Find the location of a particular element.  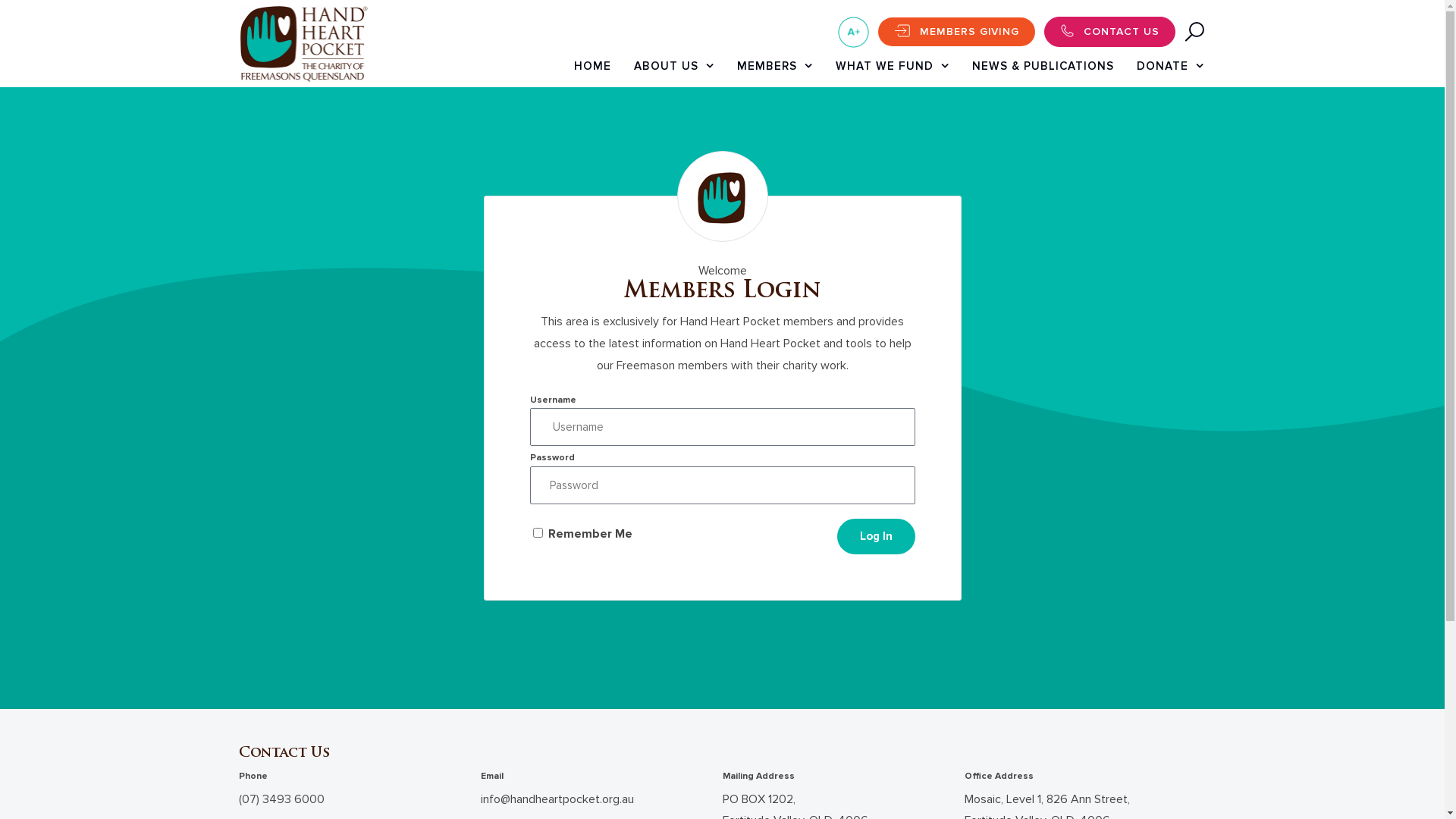

'MEMBERS GIVING' is located at coordinates (955, 31).